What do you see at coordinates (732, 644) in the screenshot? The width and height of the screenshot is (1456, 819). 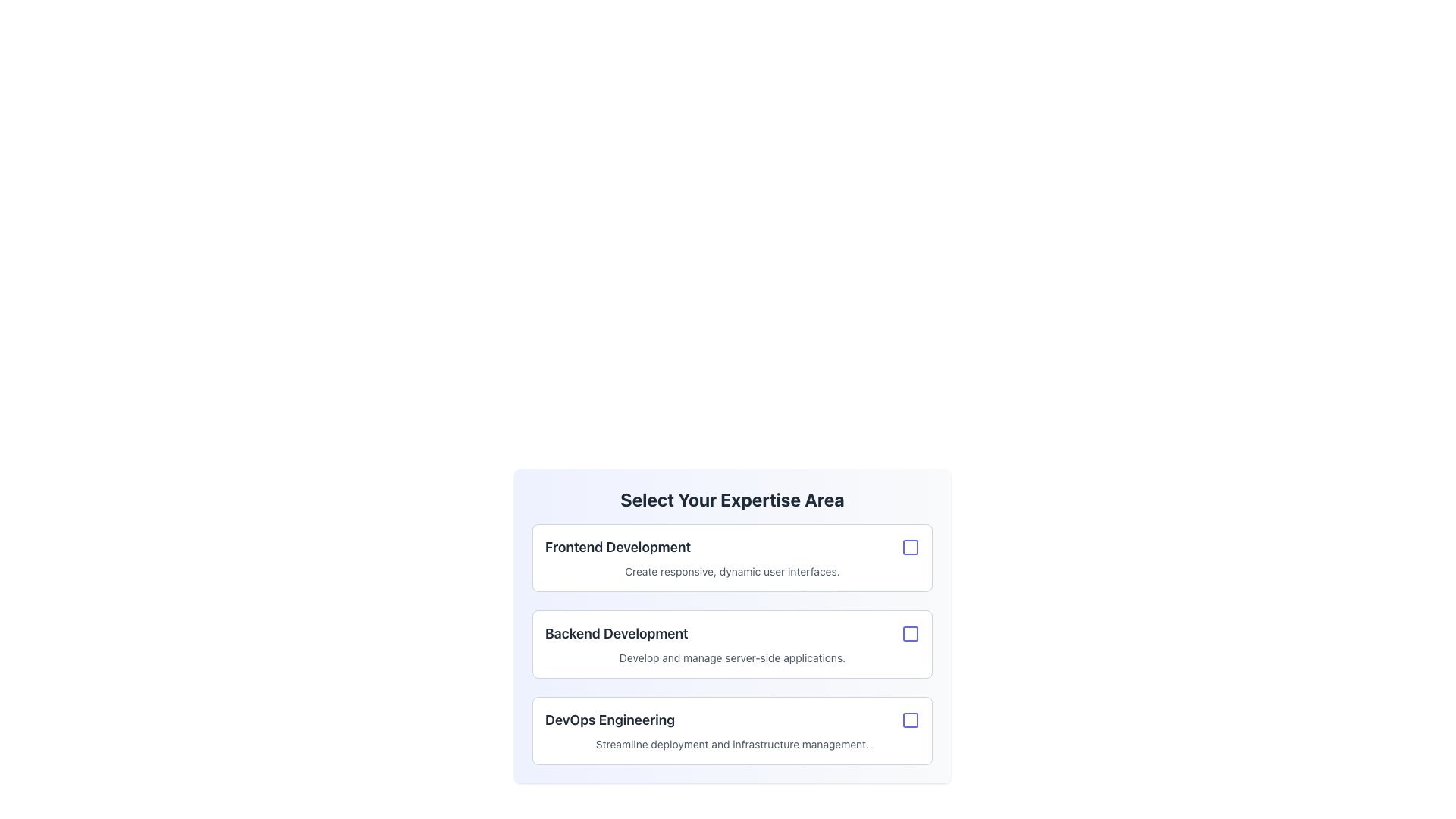 I see `the checkbox on the second card component representing an expertise area option in the 'Select Your Expertise Area' section` at bounding box center [732, 644].